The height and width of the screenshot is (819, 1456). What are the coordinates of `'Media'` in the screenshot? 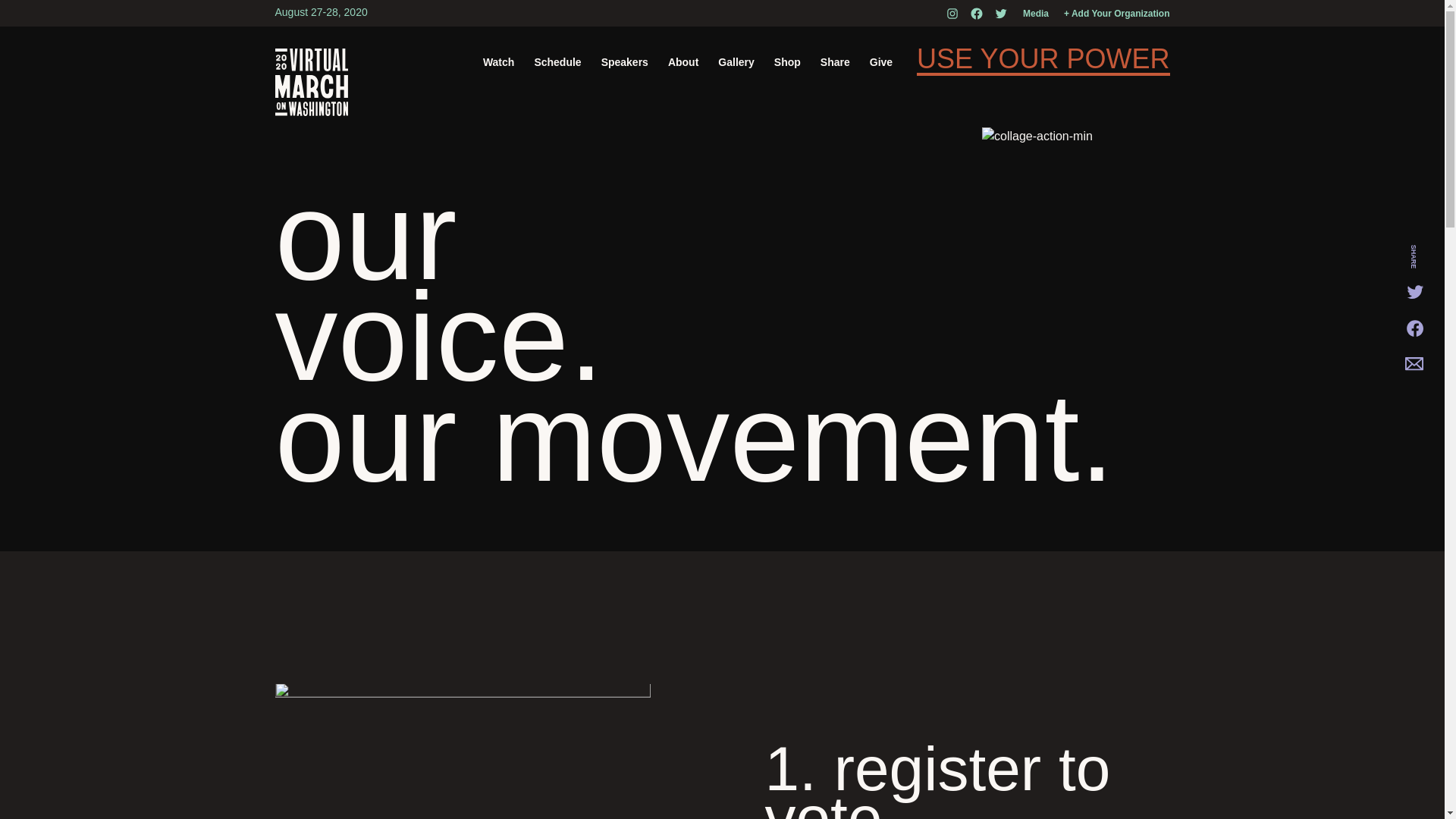 It's located at (1035, 14).